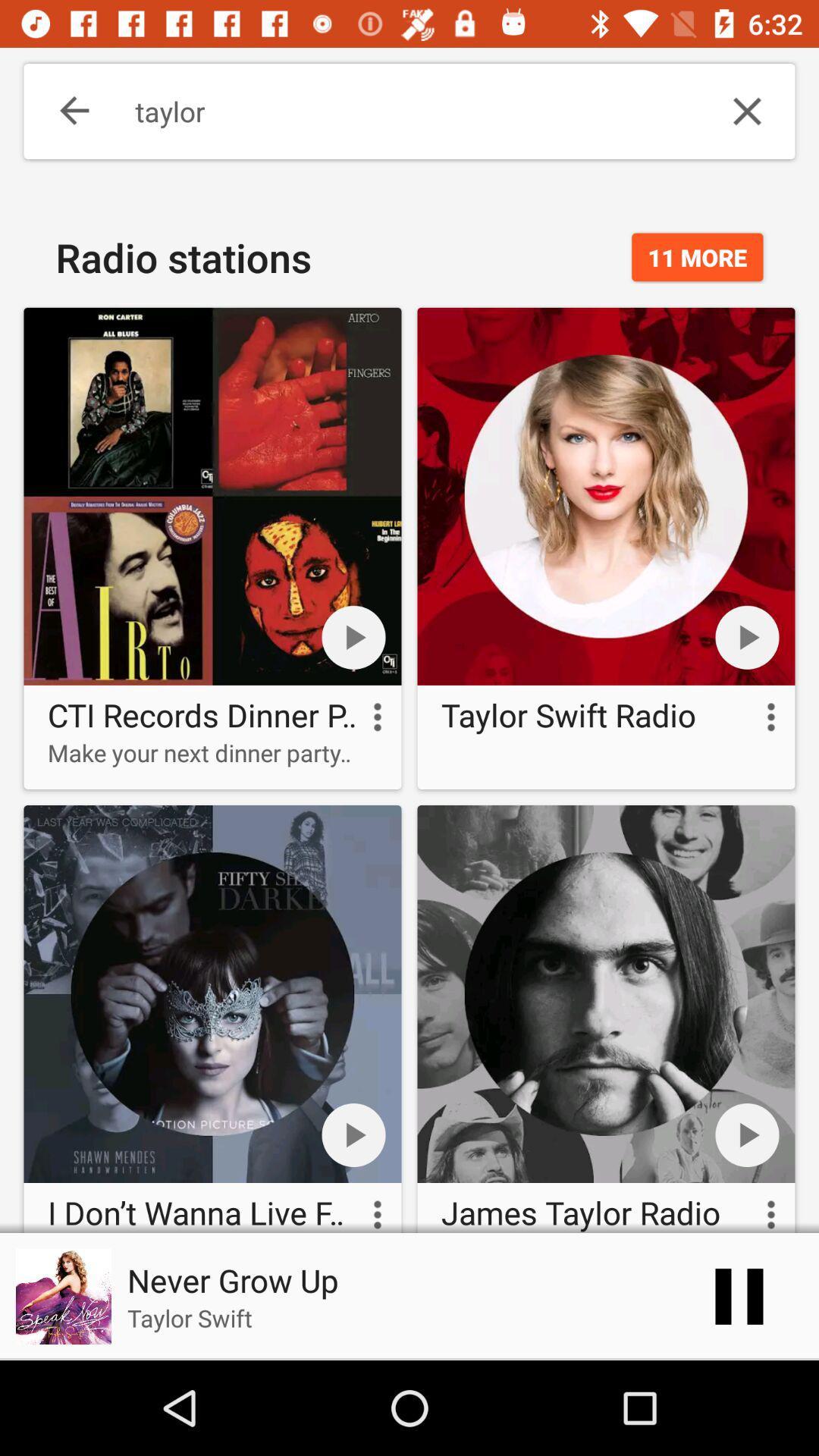  What do you see at coordinates (697, 257) in the screenshot?
I see `icon to the right of the radio stations icon` at bounding box center [697, 257].